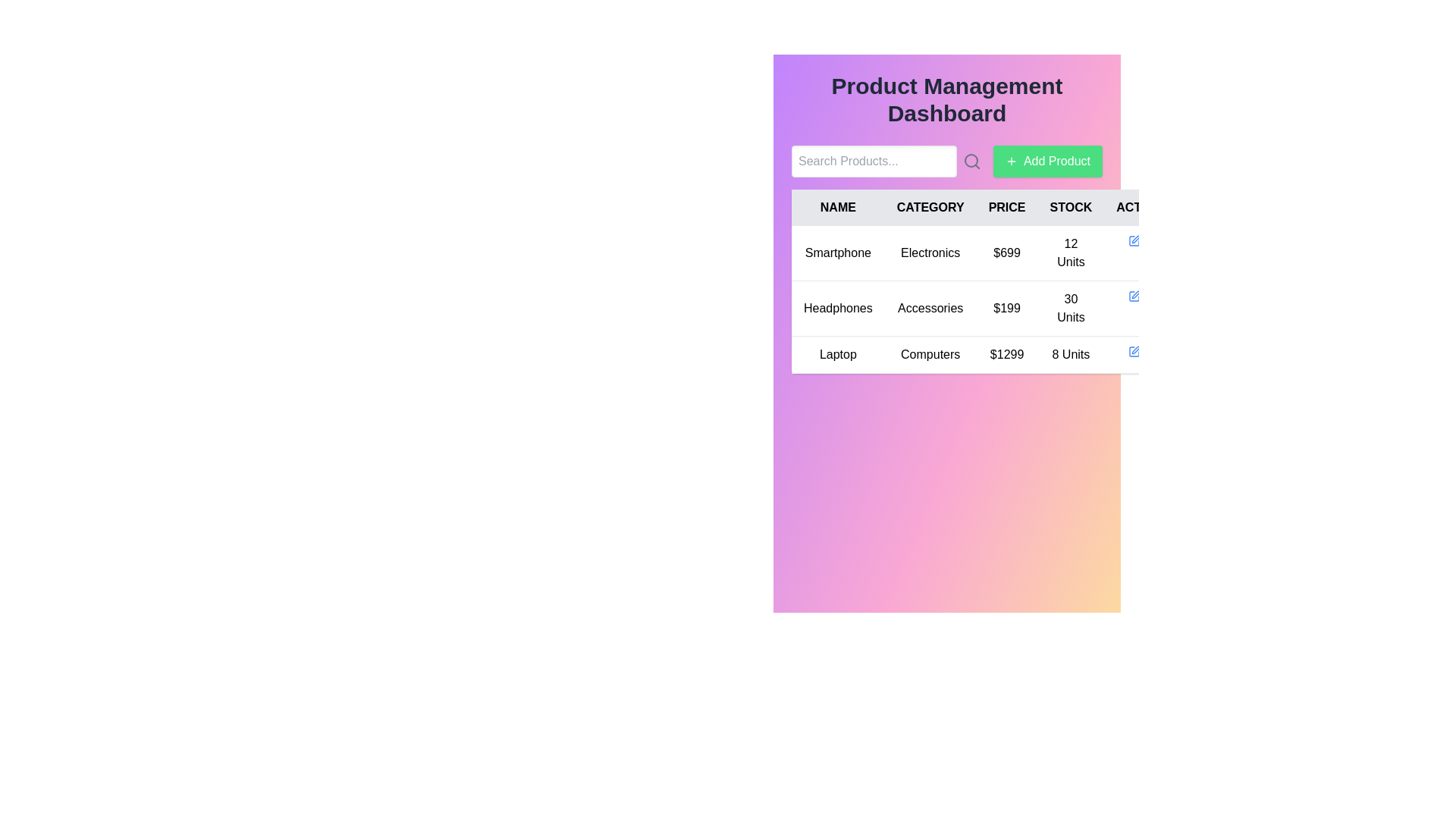 This screenshot has height=819, width=1456. I want to click on text display element showing the stock quantity of '30 Units' for the product 'Headphones' located in the fourth column of the second row in the product management dashboard, so click(1070, 308).